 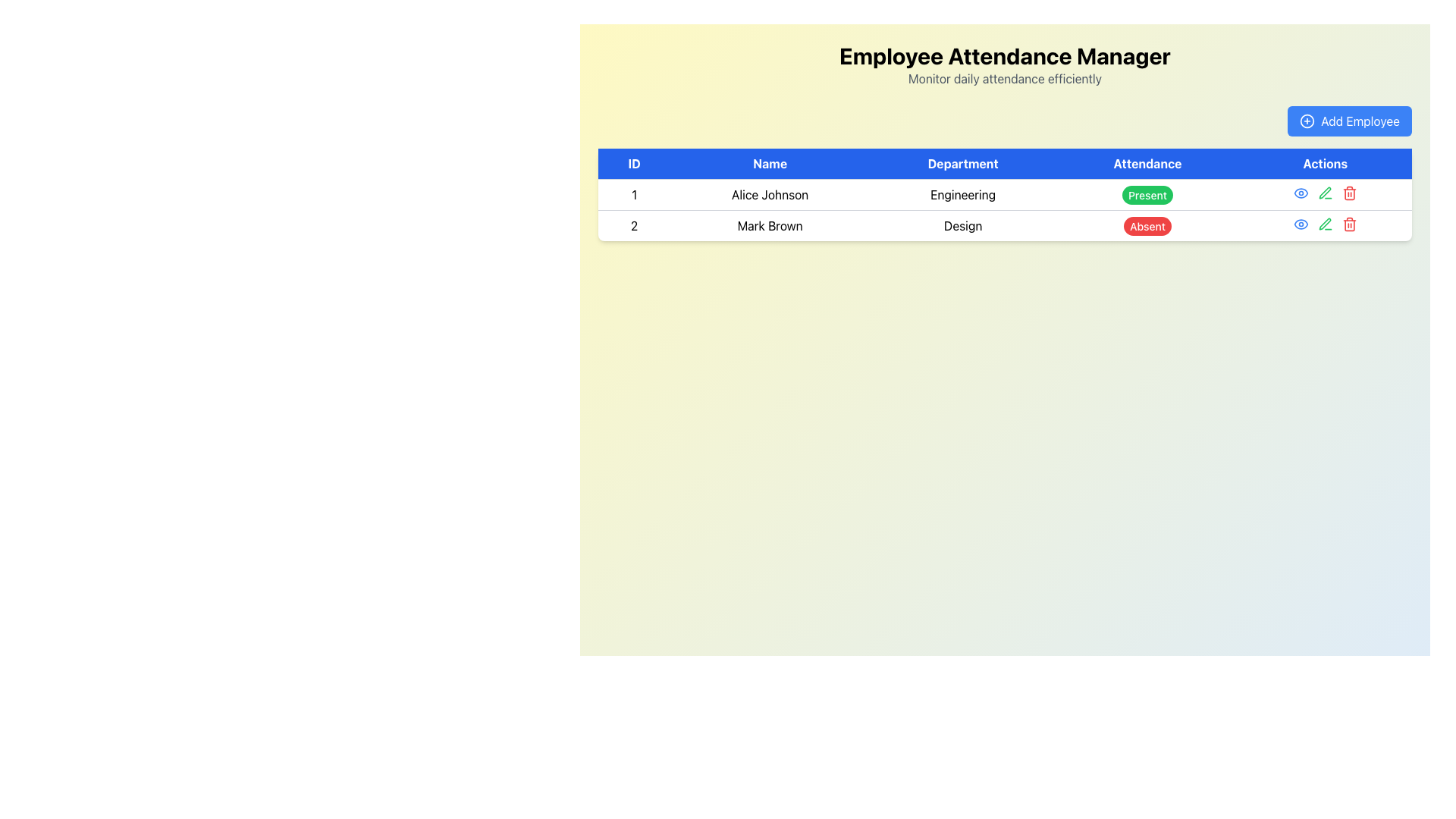 I want to click on the button located at the top-right corner of the interface, so click(x=1350, y=120).